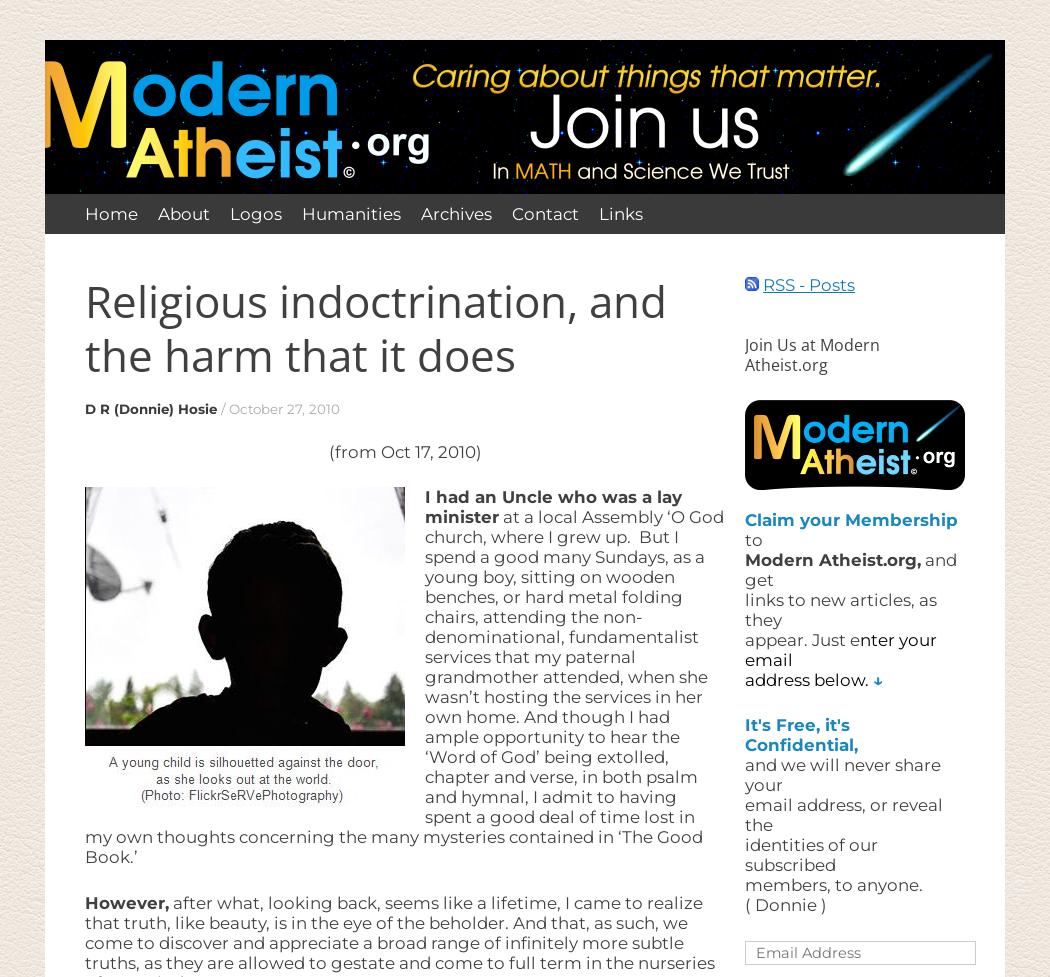 The width and height of the screenshot is (1050, 977). Describe the element at coordinates (743, 814) in the screenshot. I see `'email address, or reveal the'` at that location.